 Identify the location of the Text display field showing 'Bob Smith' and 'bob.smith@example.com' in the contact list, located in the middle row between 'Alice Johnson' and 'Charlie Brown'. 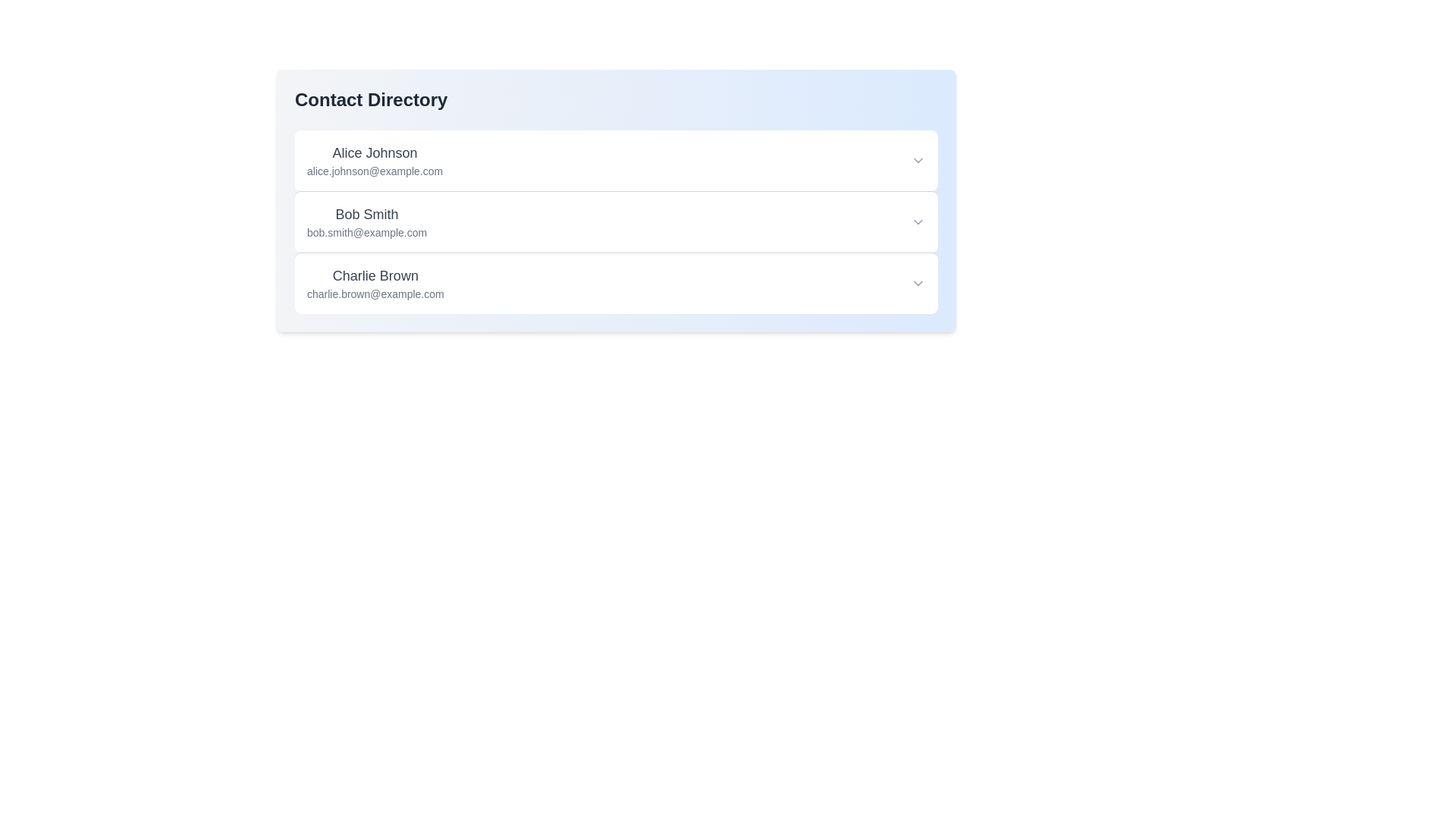
(367, 222).